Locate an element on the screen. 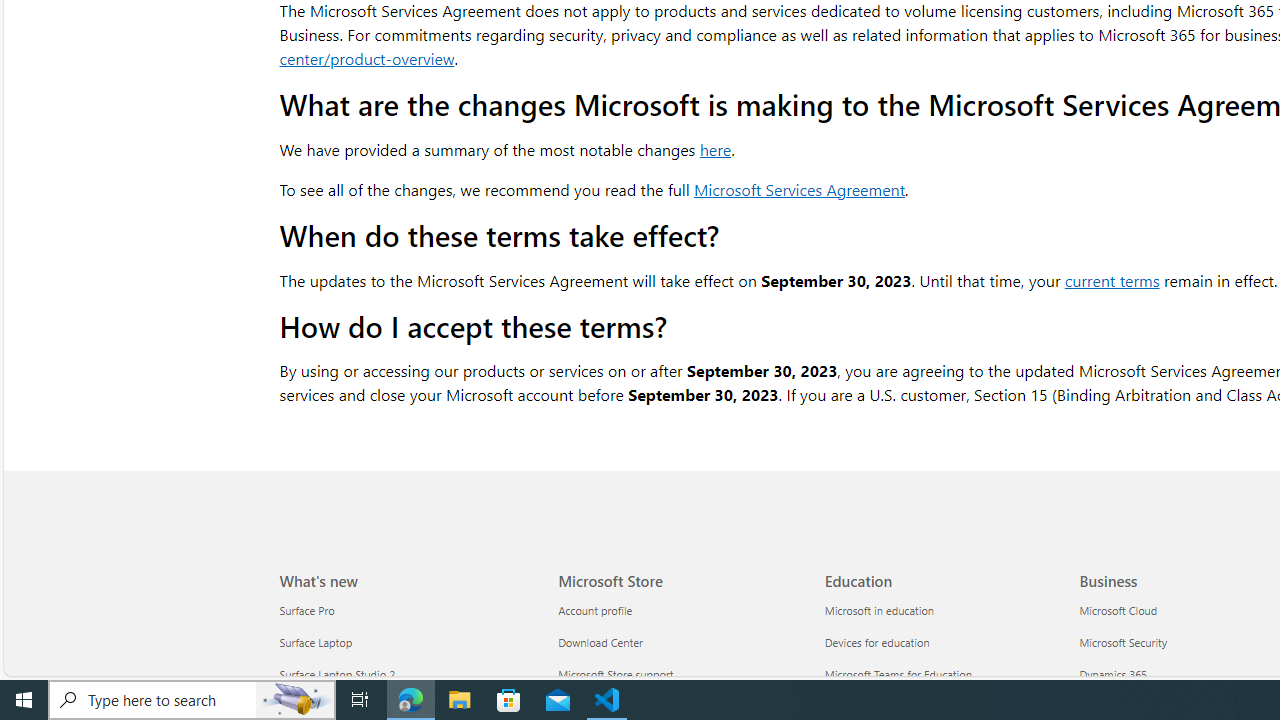 Image resolution: width=1280 pixels, height=720 pixels. 'Account profile' is located at coordinates (679, 610).